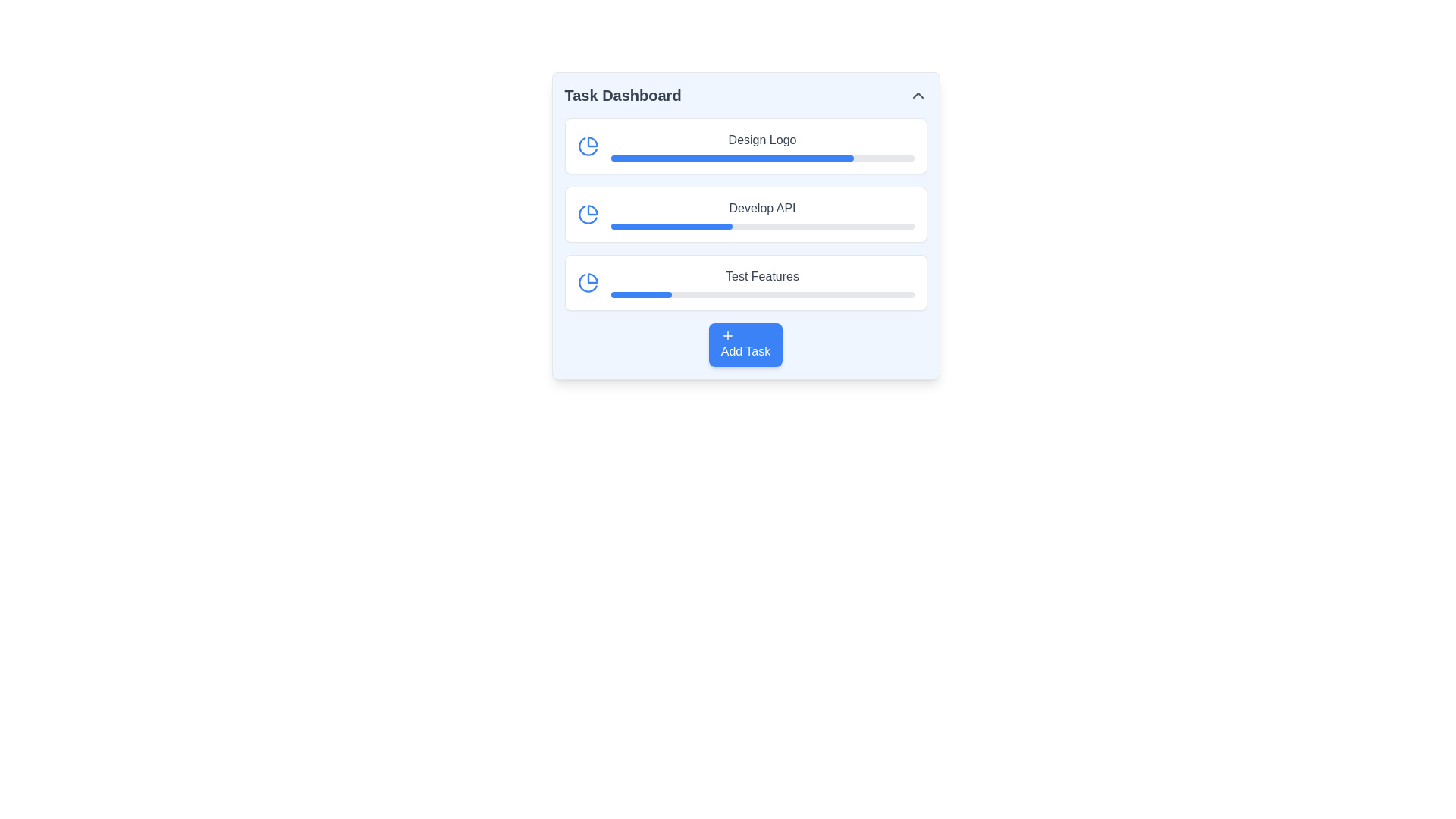 The width and height of the screenshot is (1456, 819). I want to click on the horizontal progress bar located below the text 'Design Logo', which has a gray background and a blue filled portion indicating progress, so click(762, 158).